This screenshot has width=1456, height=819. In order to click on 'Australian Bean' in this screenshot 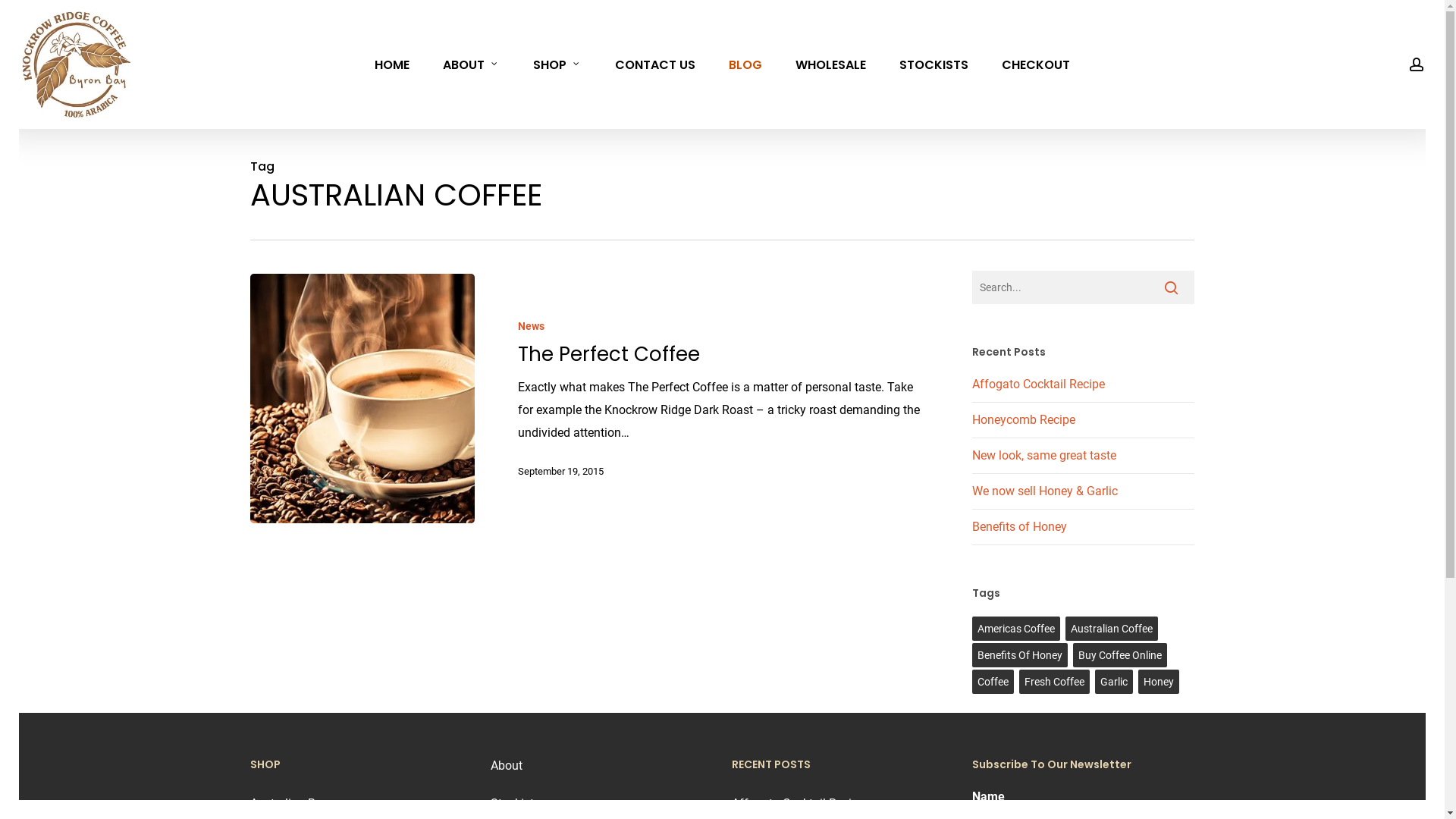, I will do `click(250, 802)`.